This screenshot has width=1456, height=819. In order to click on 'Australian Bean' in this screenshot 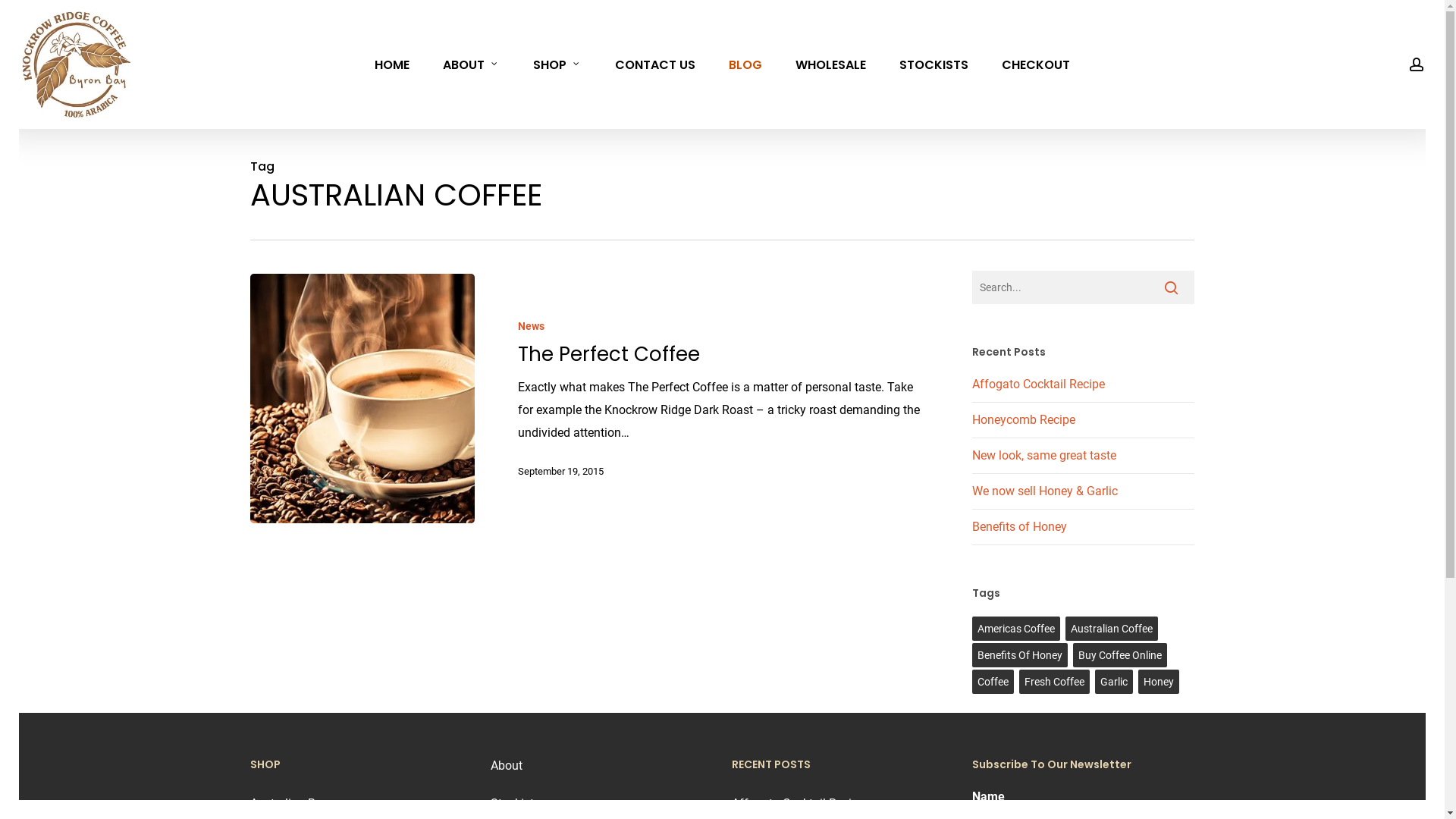, I will do `click(250, 802)`.